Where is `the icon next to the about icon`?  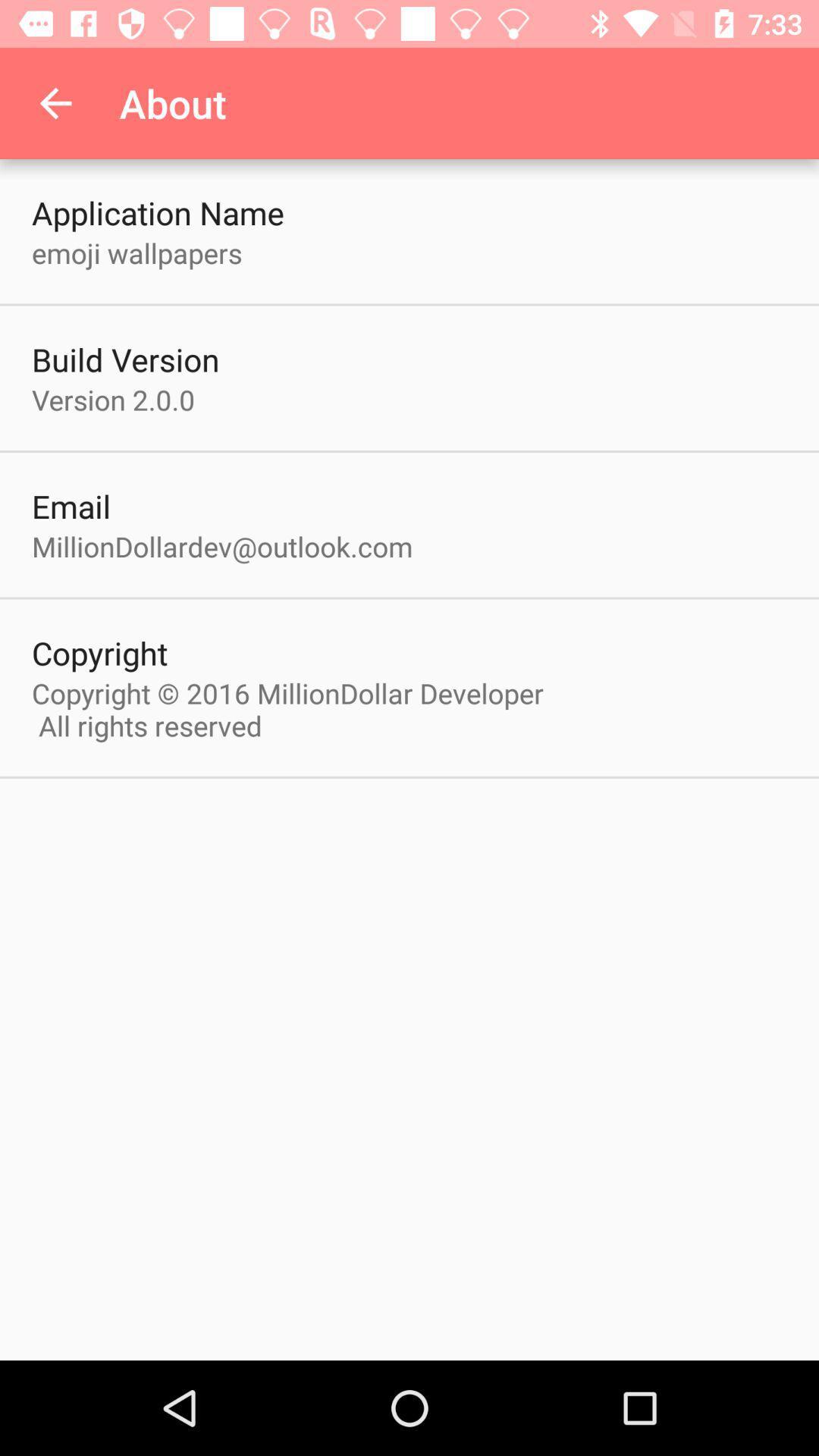
the icon next to the about icon is located at coordinates (55, 102).